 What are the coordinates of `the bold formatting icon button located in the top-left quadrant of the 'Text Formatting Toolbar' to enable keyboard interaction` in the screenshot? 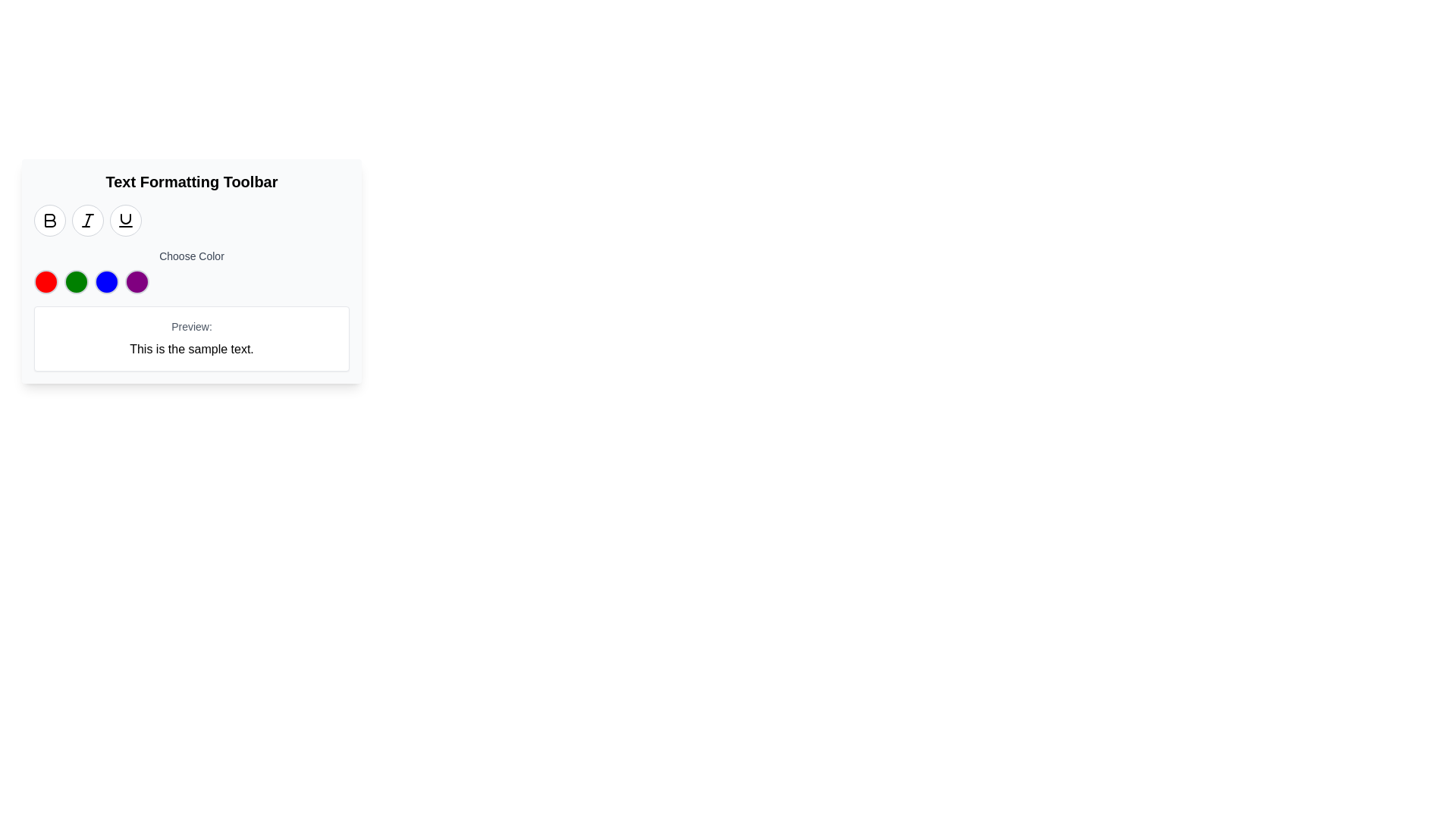 It's located at (50, 220).